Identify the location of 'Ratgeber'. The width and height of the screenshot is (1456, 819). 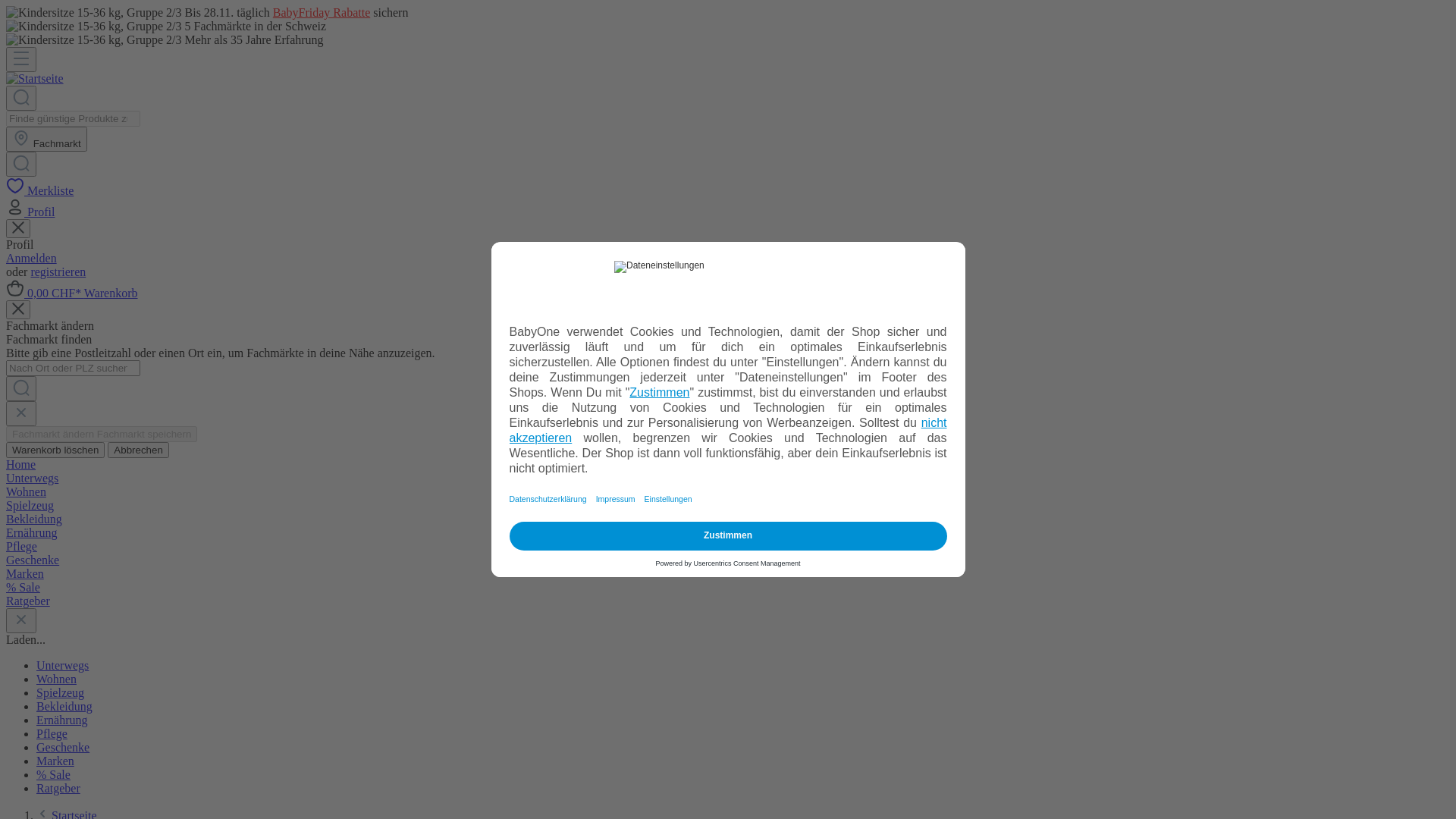
(58, 787).